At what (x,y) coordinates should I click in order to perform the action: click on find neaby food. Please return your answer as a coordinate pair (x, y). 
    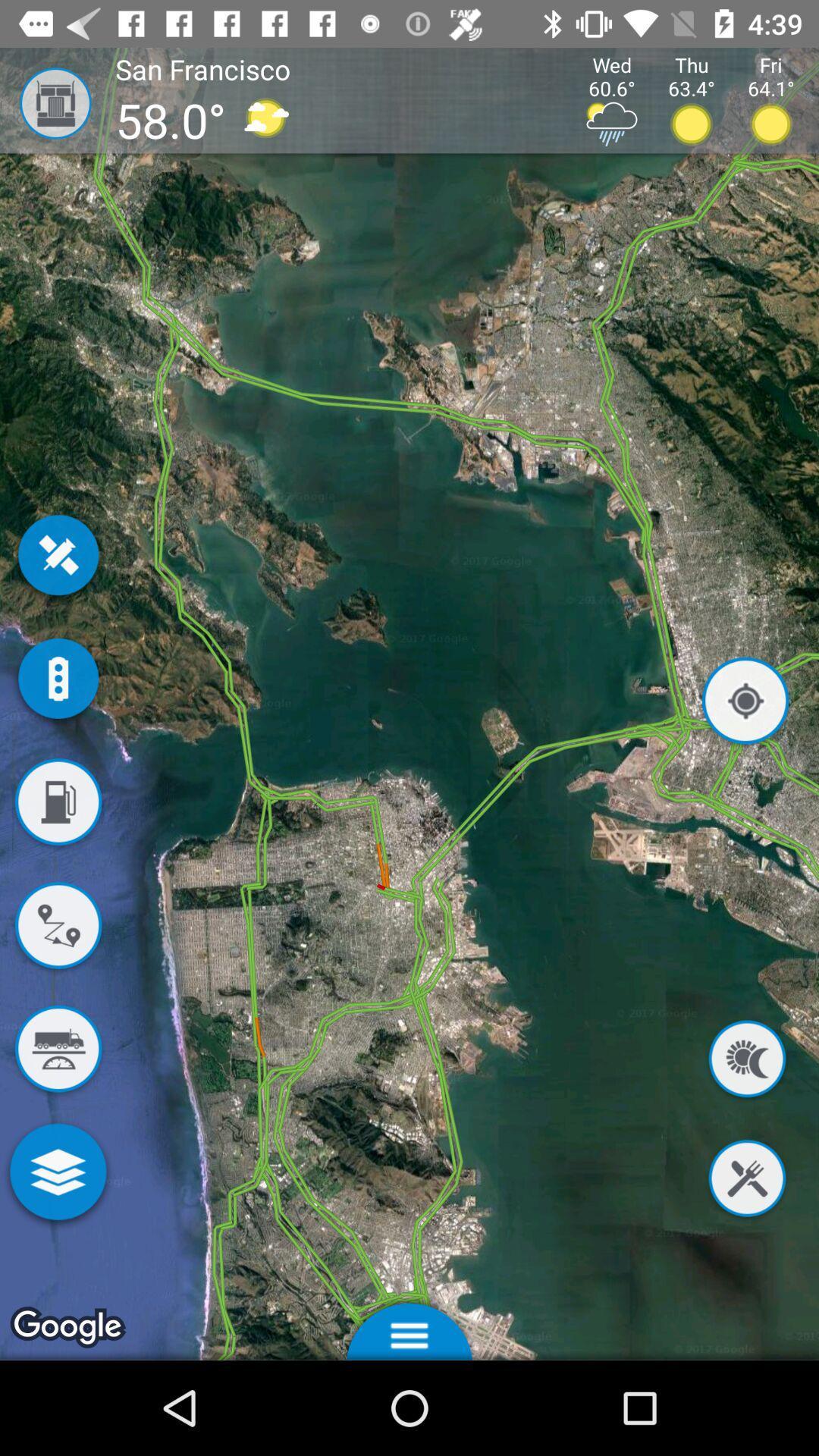
    Looking at the image, I should click on (746, 1180).